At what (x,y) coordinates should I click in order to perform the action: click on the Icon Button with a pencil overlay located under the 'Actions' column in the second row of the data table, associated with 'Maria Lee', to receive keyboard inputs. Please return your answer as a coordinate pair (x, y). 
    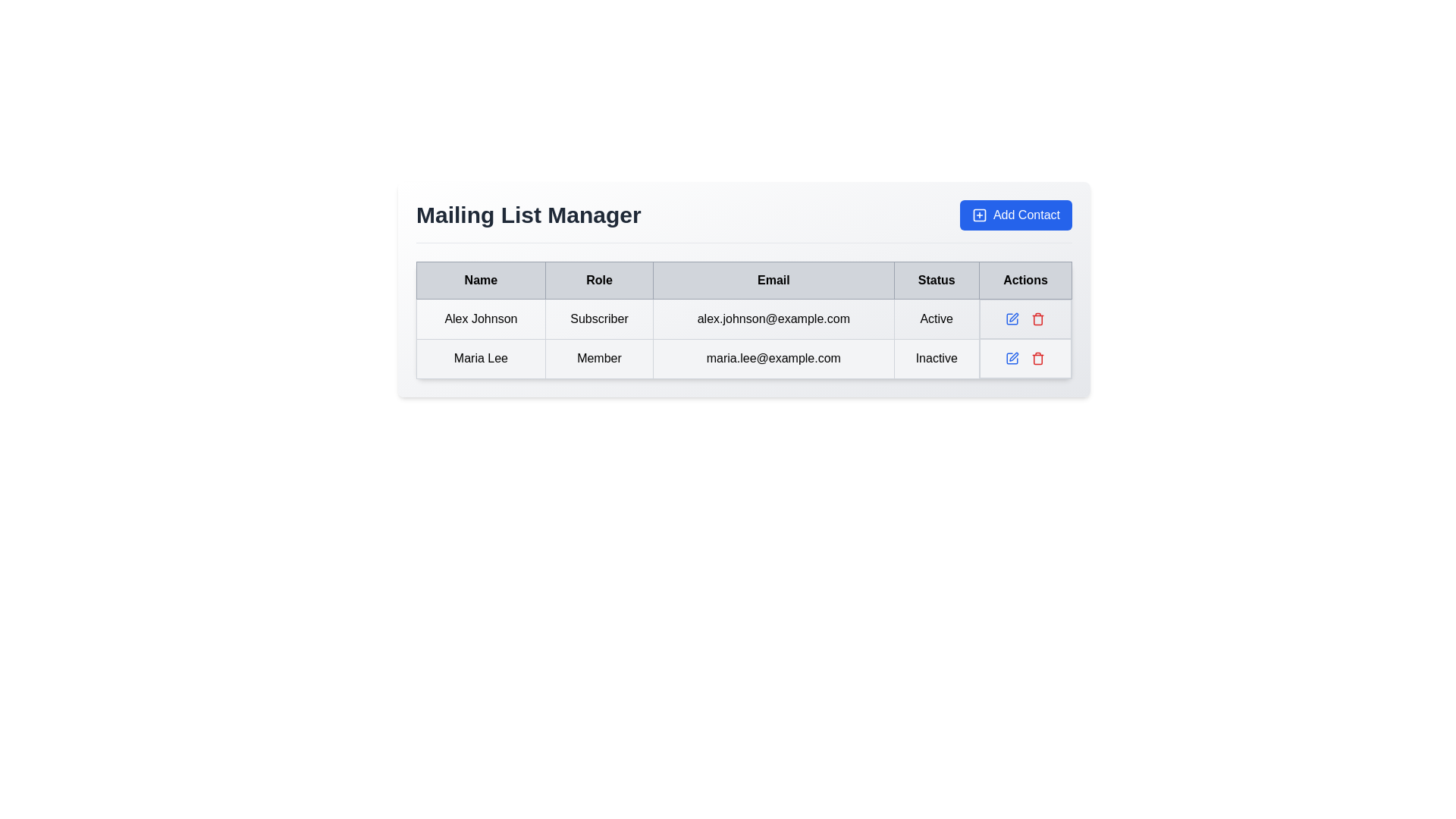
    Looking at the image, I should click on (1012, 359).